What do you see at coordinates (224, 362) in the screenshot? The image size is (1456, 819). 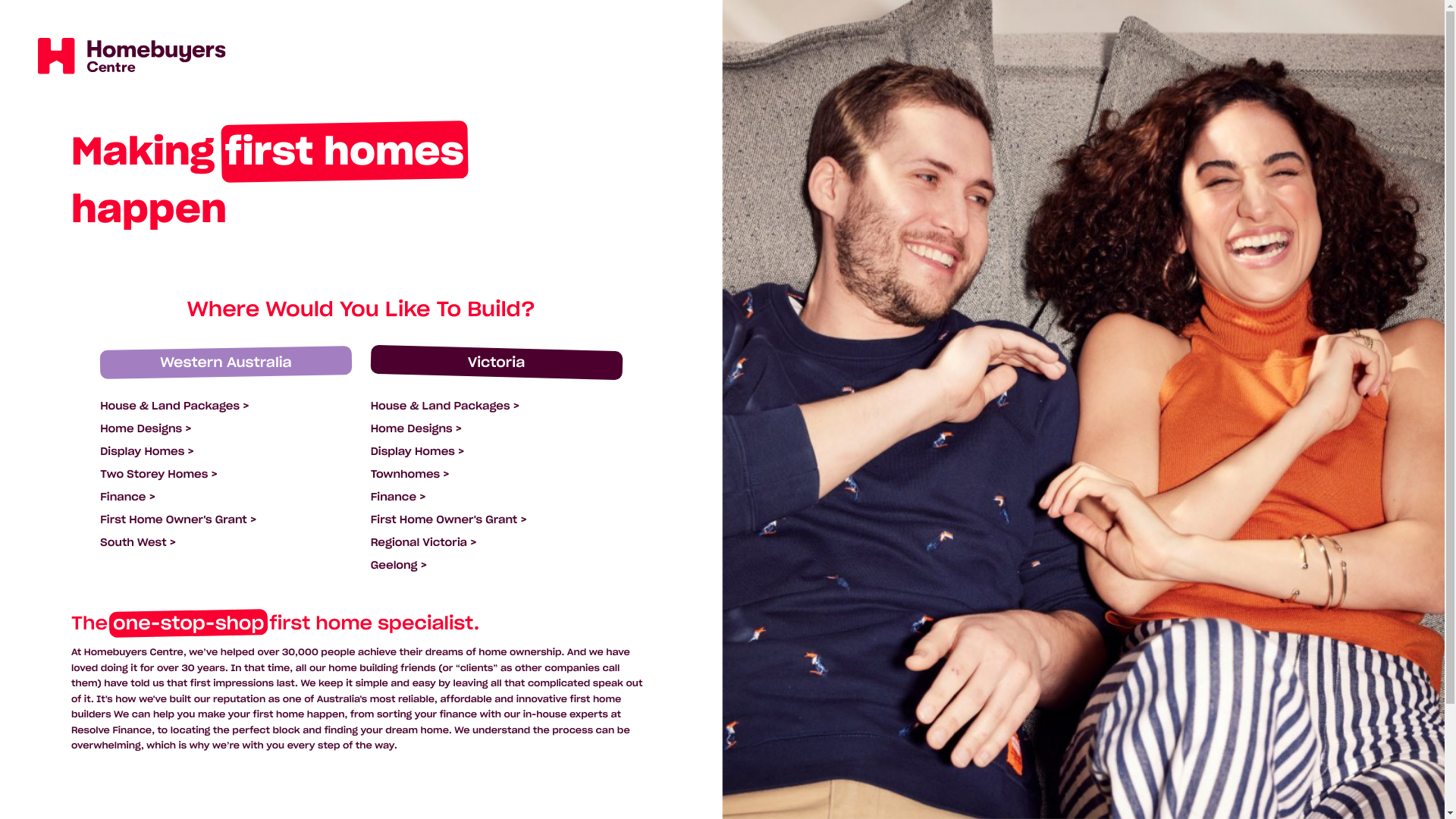 I see `'Western Australia'` at bounding box center [224, 362].